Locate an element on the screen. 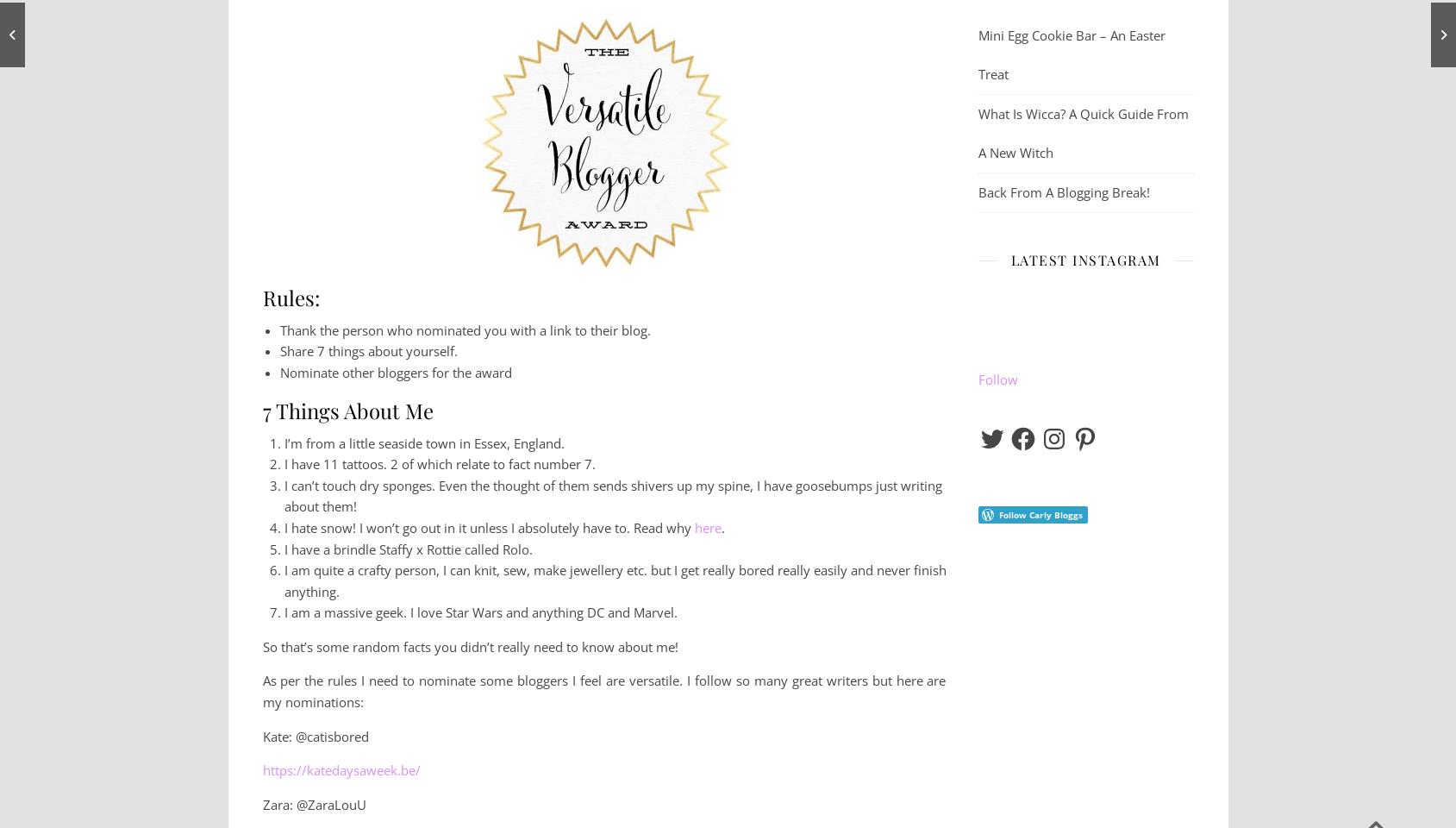 The height and width of the screenshot is (828, 1456). 'As per the rules I need to nominate some bloggers I feel are versatile. I follow so many great writers but here are my nominations:' is located at coordinates (603, 691).